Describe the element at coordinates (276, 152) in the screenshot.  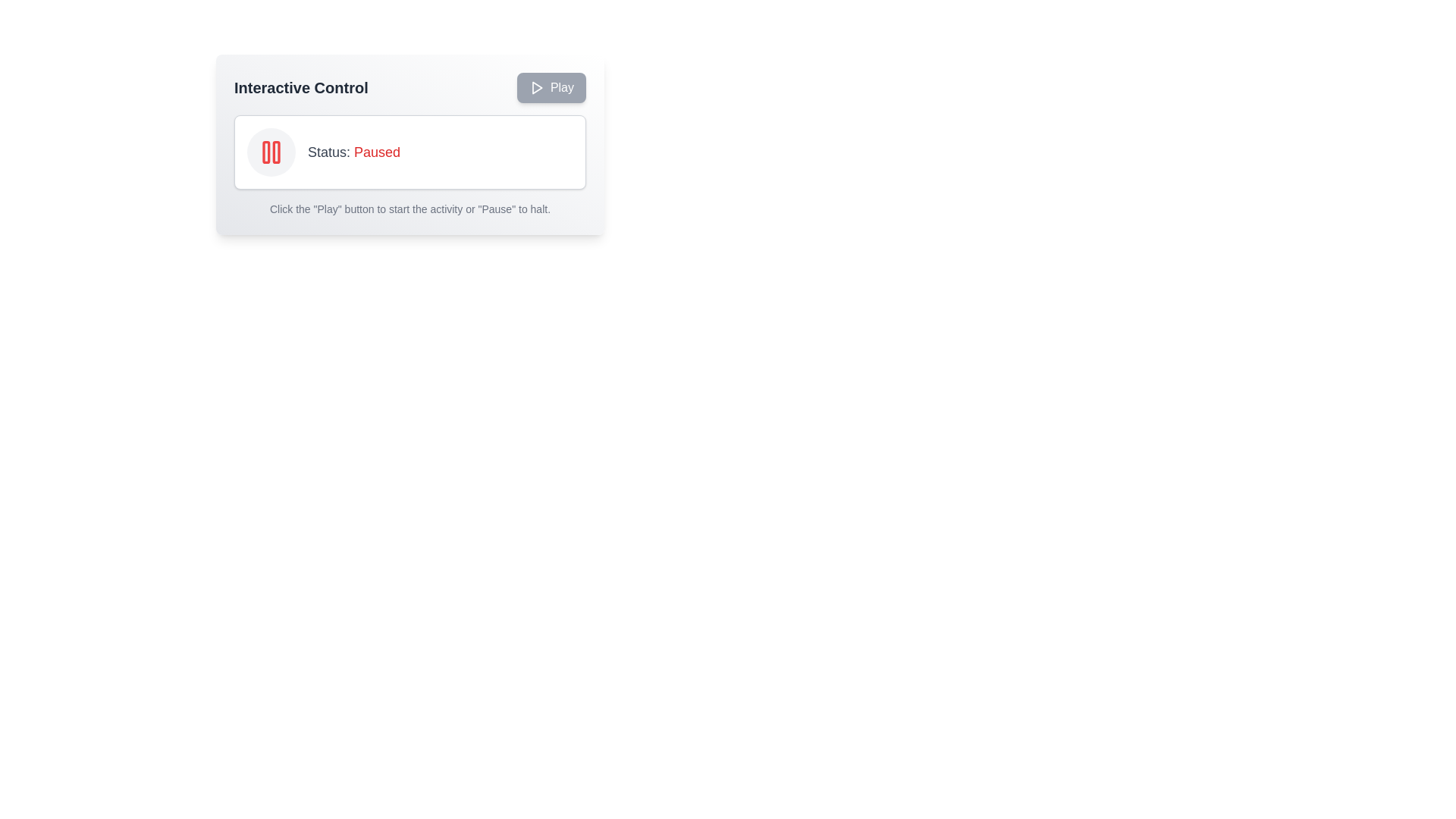
I see `the second rectangle (right bar) of the pause icon, which is red with rounded corners and located in the top-left segment of the UI near the 'Status: Paused' text` at that location.